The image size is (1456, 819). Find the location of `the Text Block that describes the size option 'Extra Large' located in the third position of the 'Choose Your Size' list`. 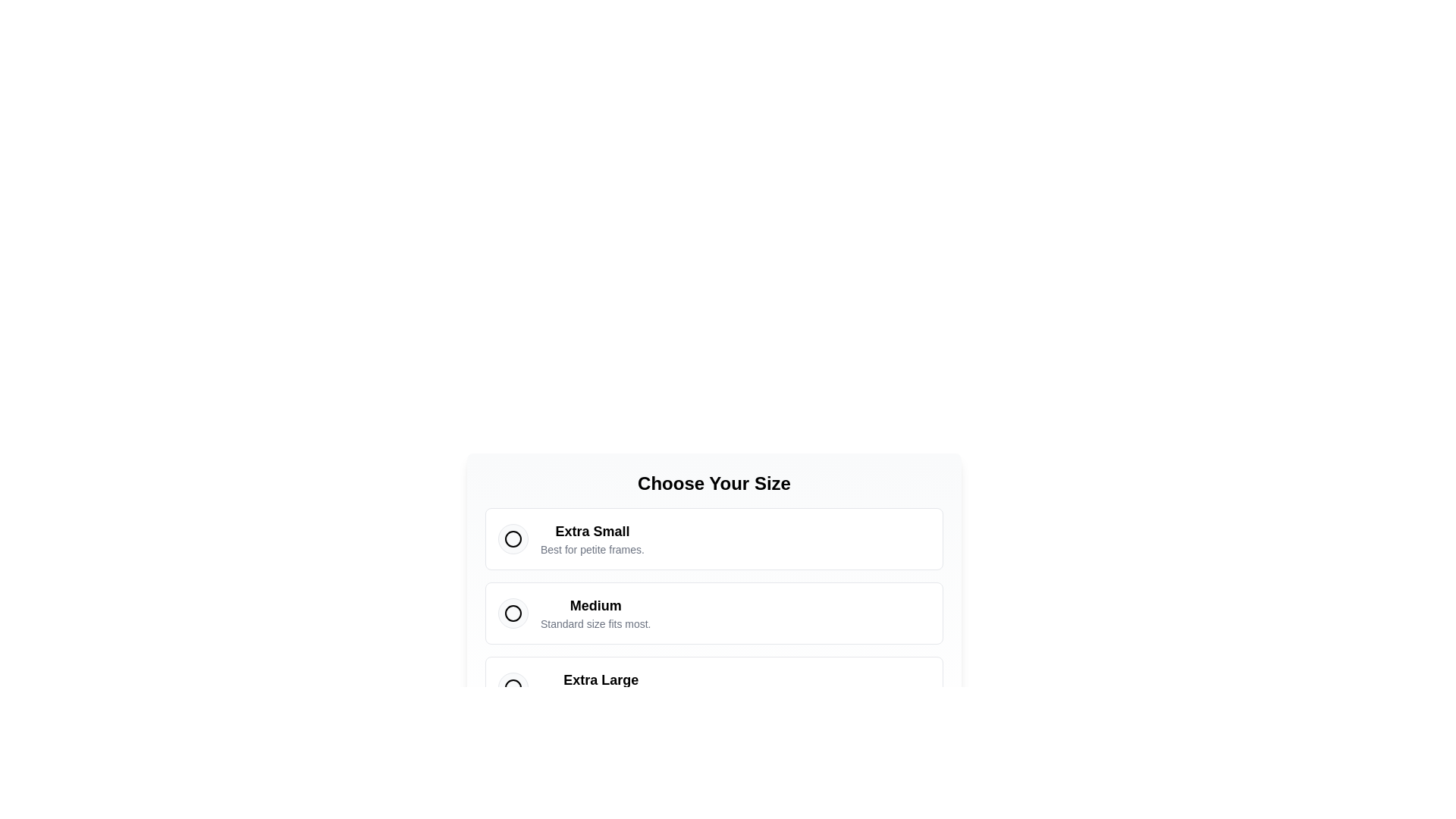

the Text Block that describes the size option 'Extra Large' located in the third position of the 'Choose Your Size' list is located at coordinates (600, 687).